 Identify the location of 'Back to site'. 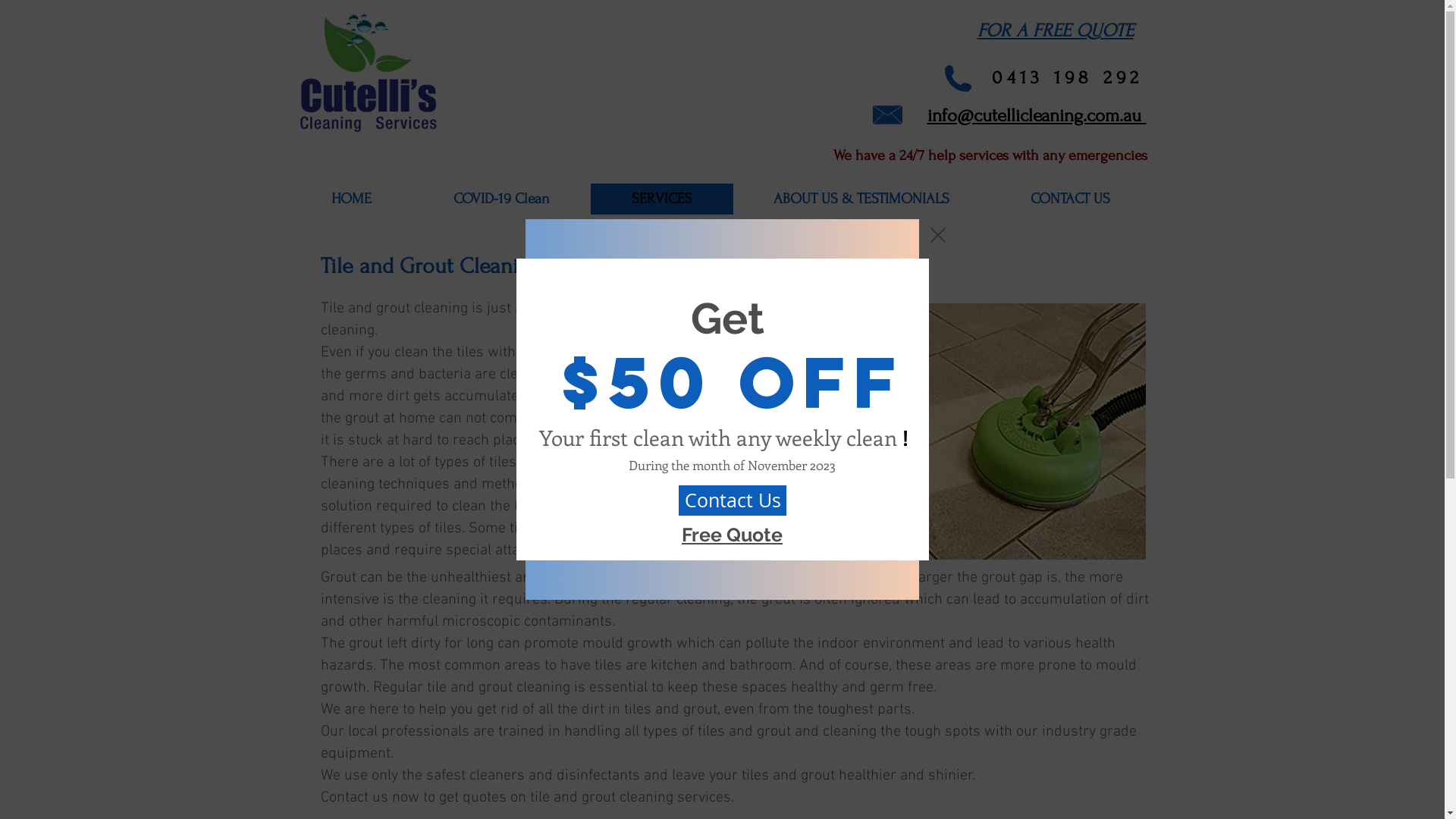
(937, 234).